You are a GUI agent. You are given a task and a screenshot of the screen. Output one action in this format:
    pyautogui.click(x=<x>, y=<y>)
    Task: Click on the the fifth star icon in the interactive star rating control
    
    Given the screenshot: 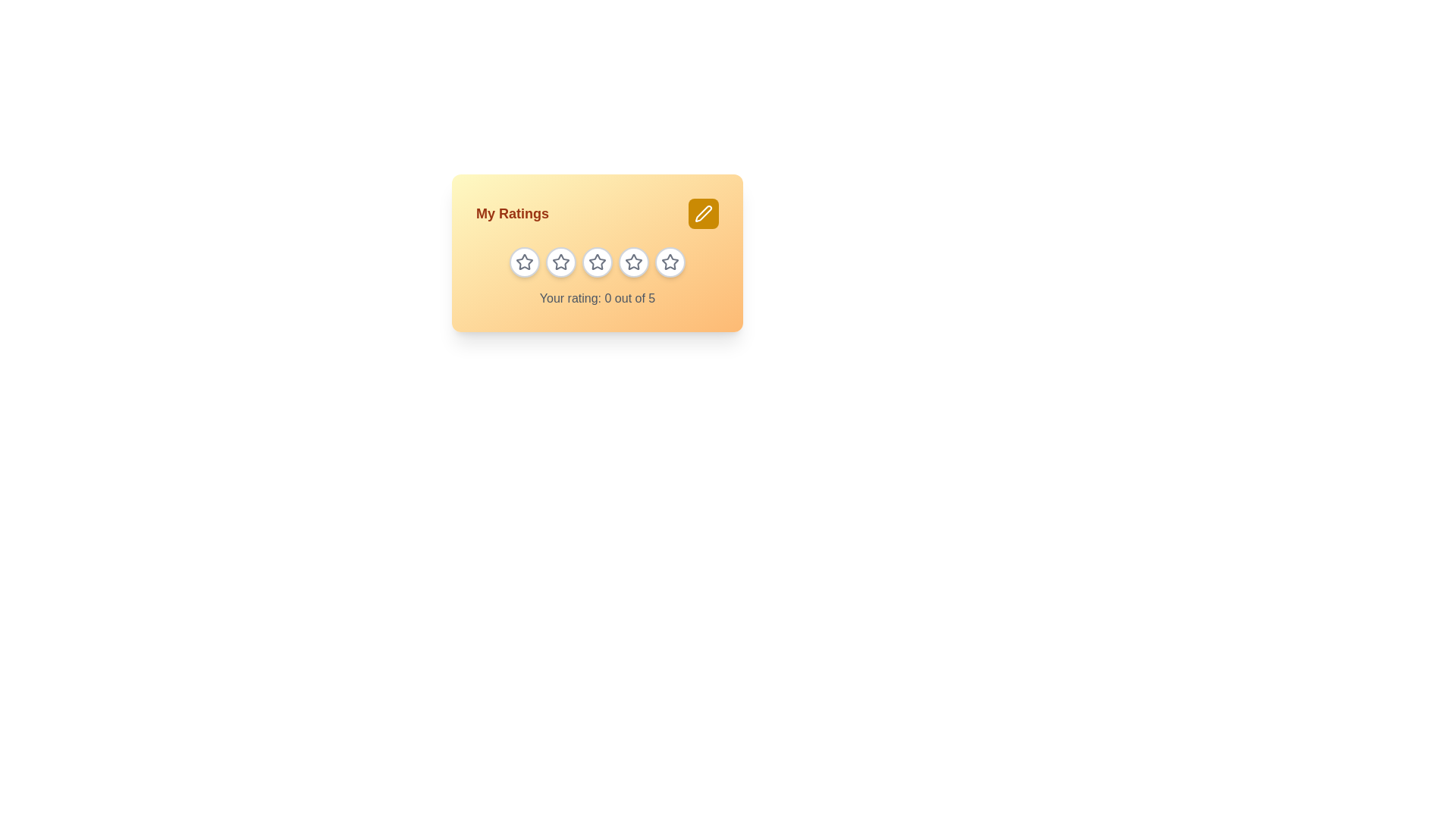 What is the action you would take?
    pyautogui.click(x=669, y=261)
    